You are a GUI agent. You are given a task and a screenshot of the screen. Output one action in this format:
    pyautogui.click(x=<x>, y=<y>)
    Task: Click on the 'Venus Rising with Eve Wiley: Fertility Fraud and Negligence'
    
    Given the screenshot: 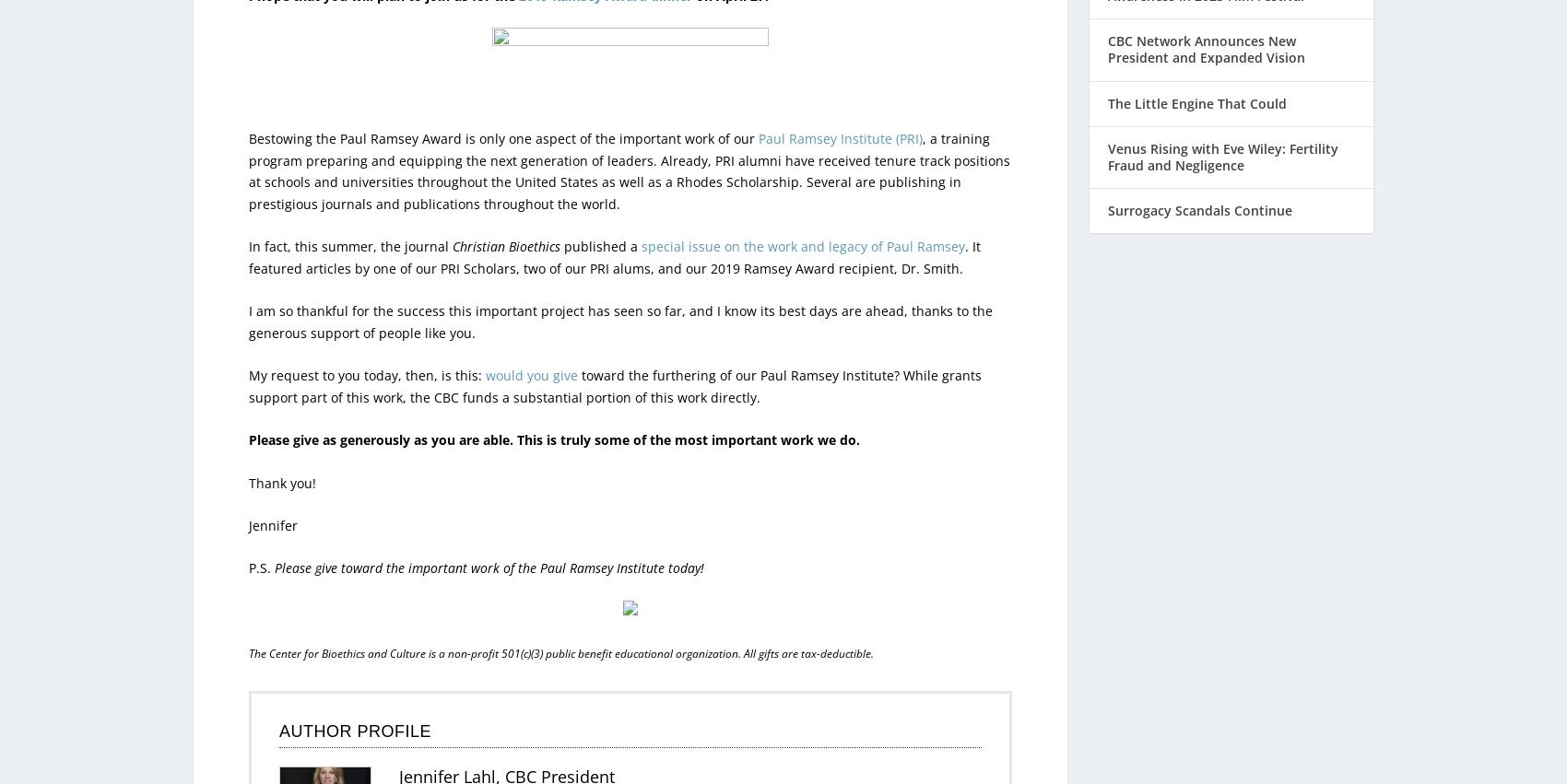 What is the action you would take?
    pyautogui.click(x=1107, y=118)
    